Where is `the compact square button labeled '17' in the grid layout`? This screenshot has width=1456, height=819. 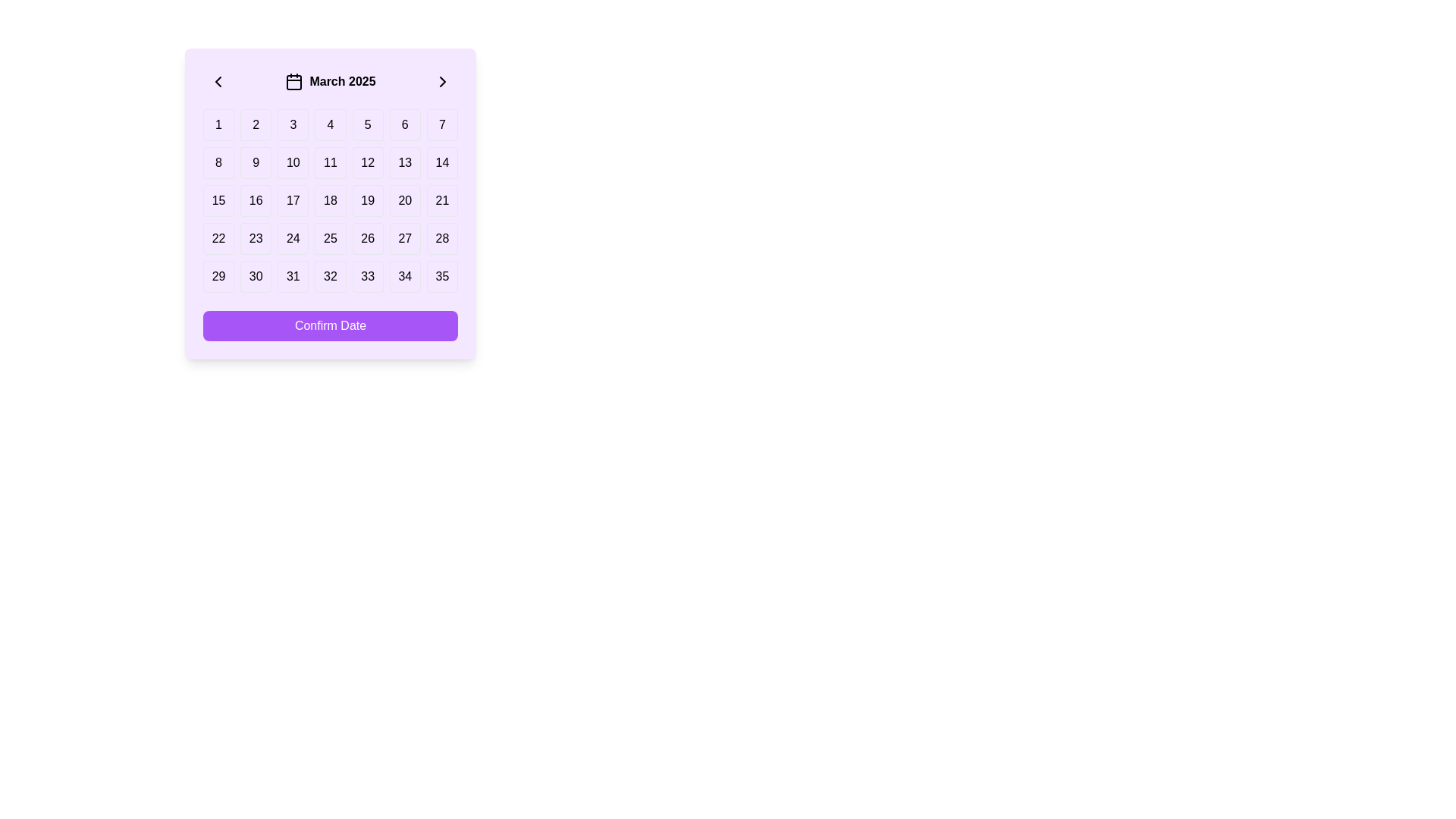 the compact square button labeled '17' in the grid layout is located at coordinates (293, 200).